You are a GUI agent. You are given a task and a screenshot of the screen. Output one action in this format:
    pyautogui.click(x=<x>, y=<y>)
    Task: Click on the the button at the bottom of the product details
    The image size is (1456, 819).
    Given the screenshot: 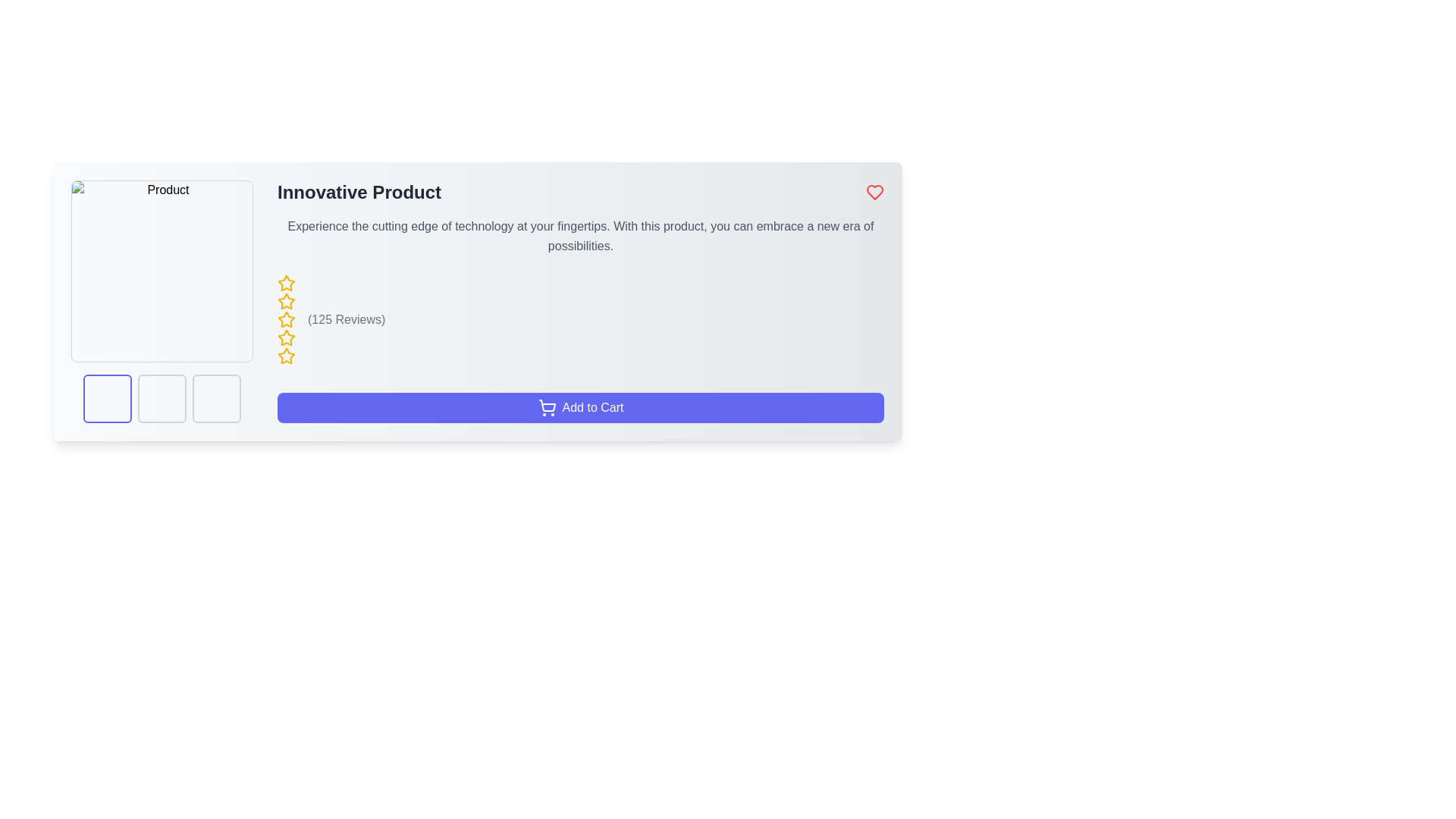 What is the action you would take?
    pyautogui.click(x=580, y=406)
    